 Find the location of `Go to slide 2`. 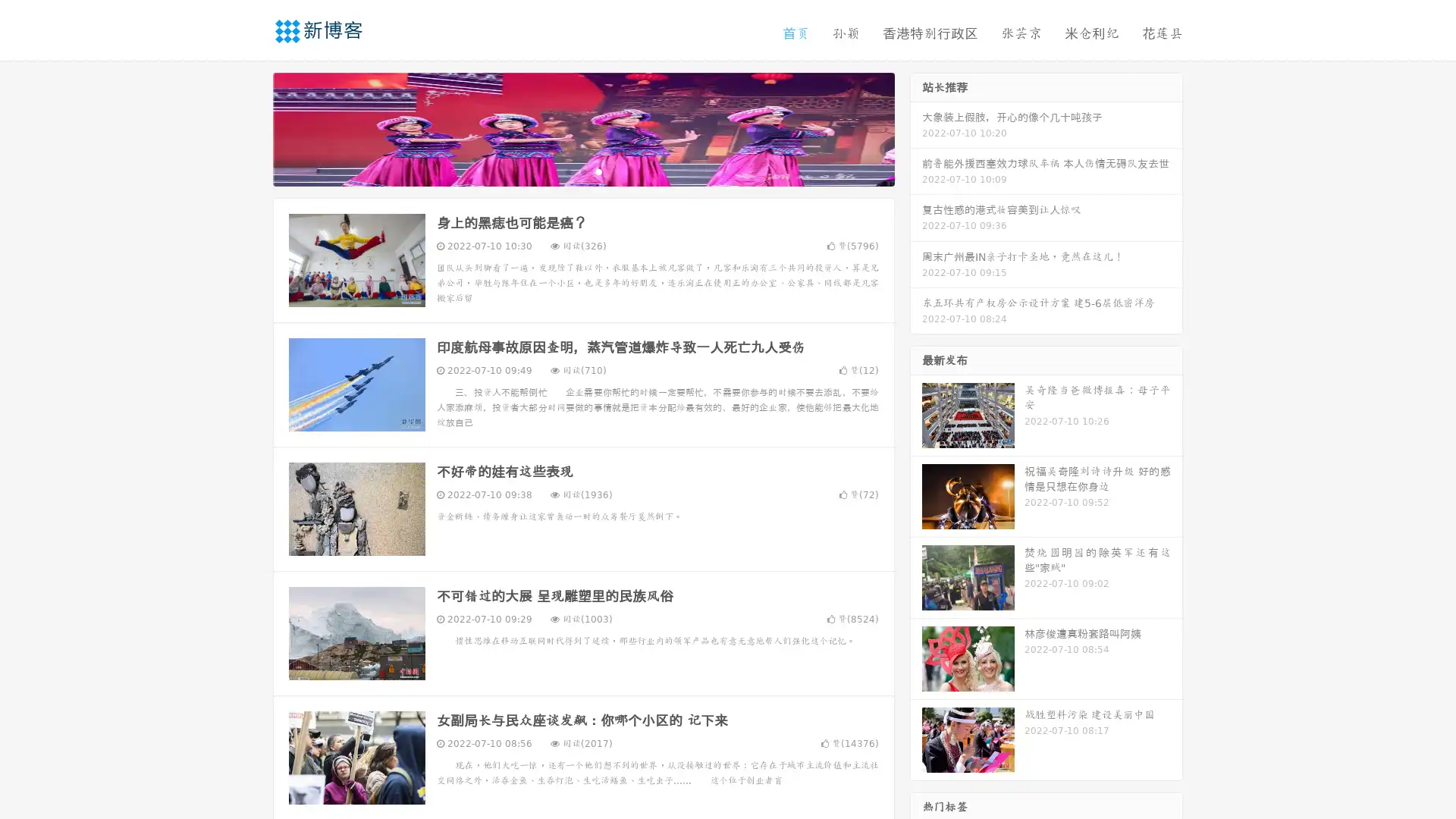

Go to slide 2 is located at coordinates (582, 171).